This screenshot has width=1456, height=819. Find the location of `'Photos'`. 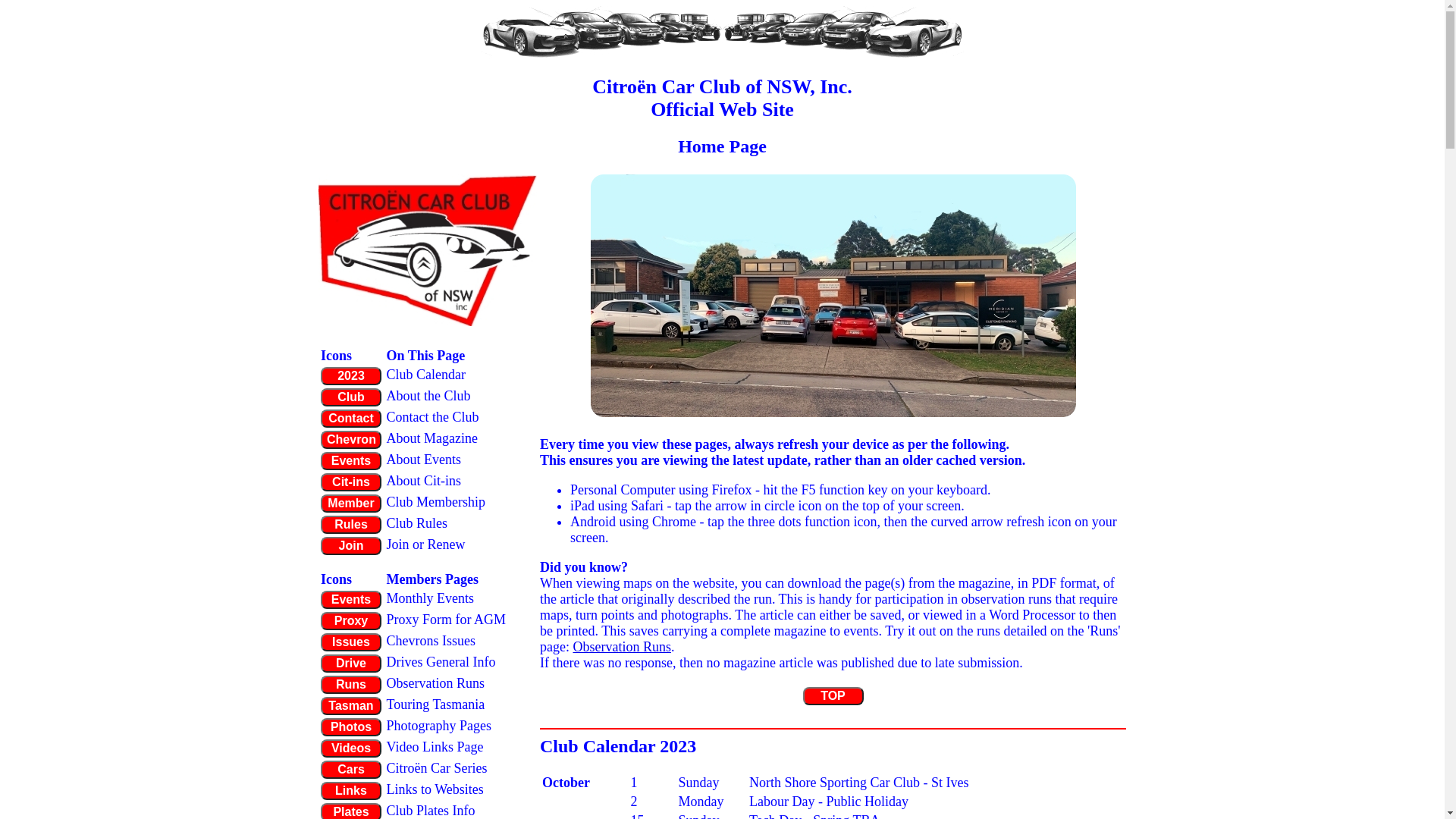

'Photos' is located at coordinates (350, 726).